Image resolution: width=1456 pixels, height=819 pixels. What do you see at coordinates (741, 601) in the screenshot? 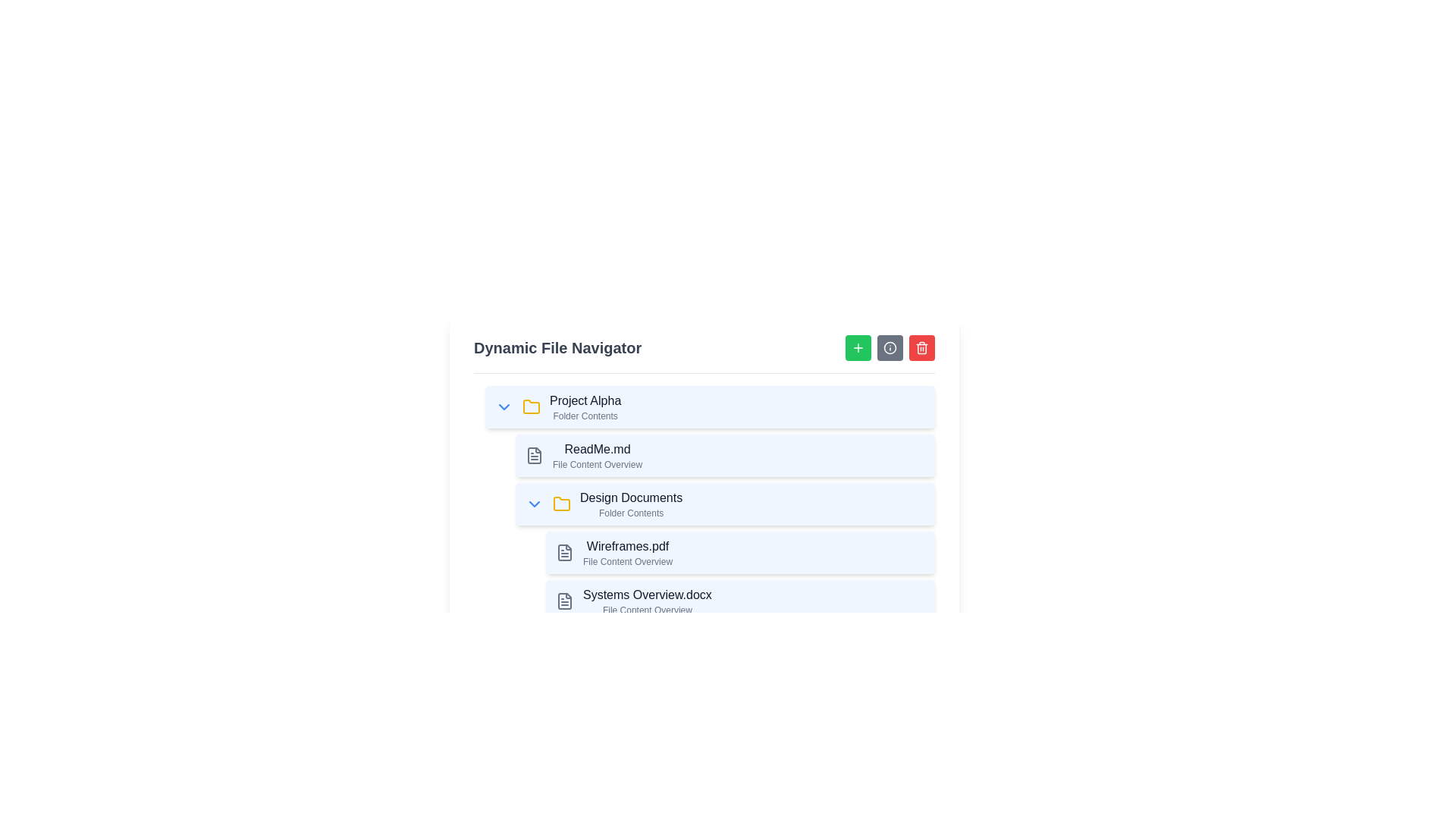
I see `the rectangular button labeled 'Systems Overview.docx' with a light blue background` at bounding box center [741, 601].